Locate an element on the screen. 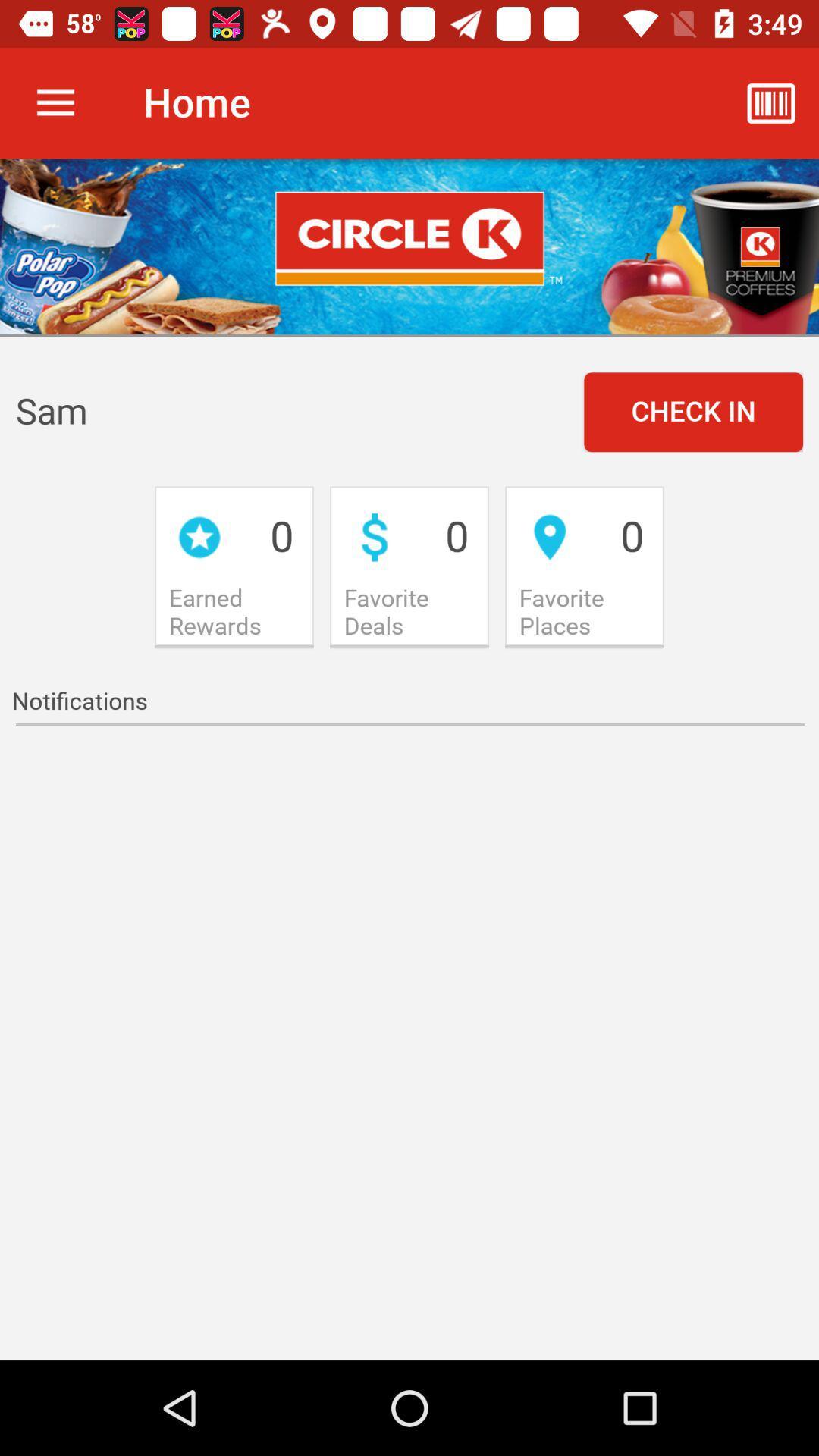 The width and height of the screenshot is (819, 1456). the icon which is at top right side of the page is located at coordinates (771, 103).